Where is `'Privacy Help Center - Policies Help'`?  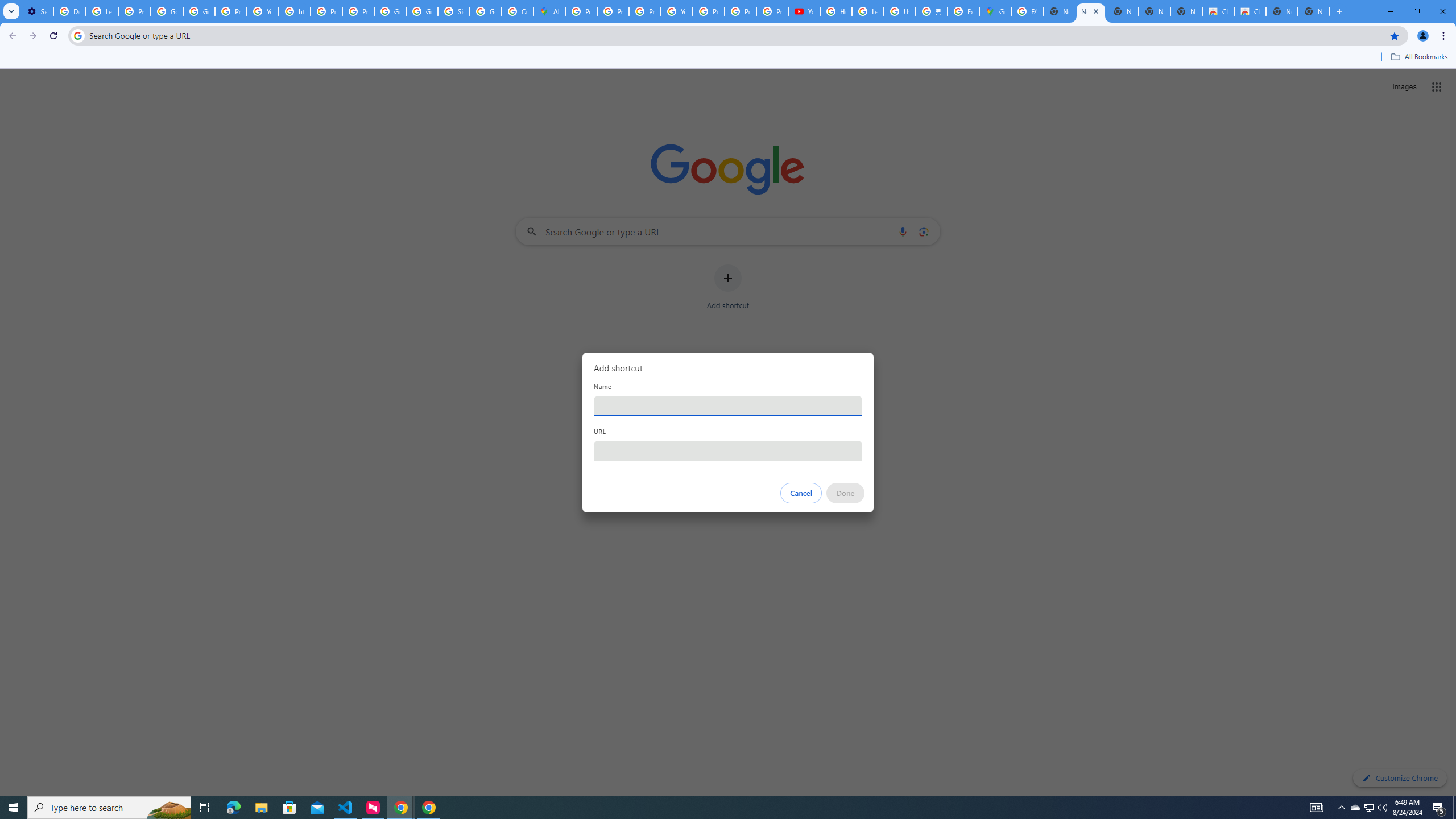 'Privacy Help Center - Policies Help' is located at coordinates (644, 11).